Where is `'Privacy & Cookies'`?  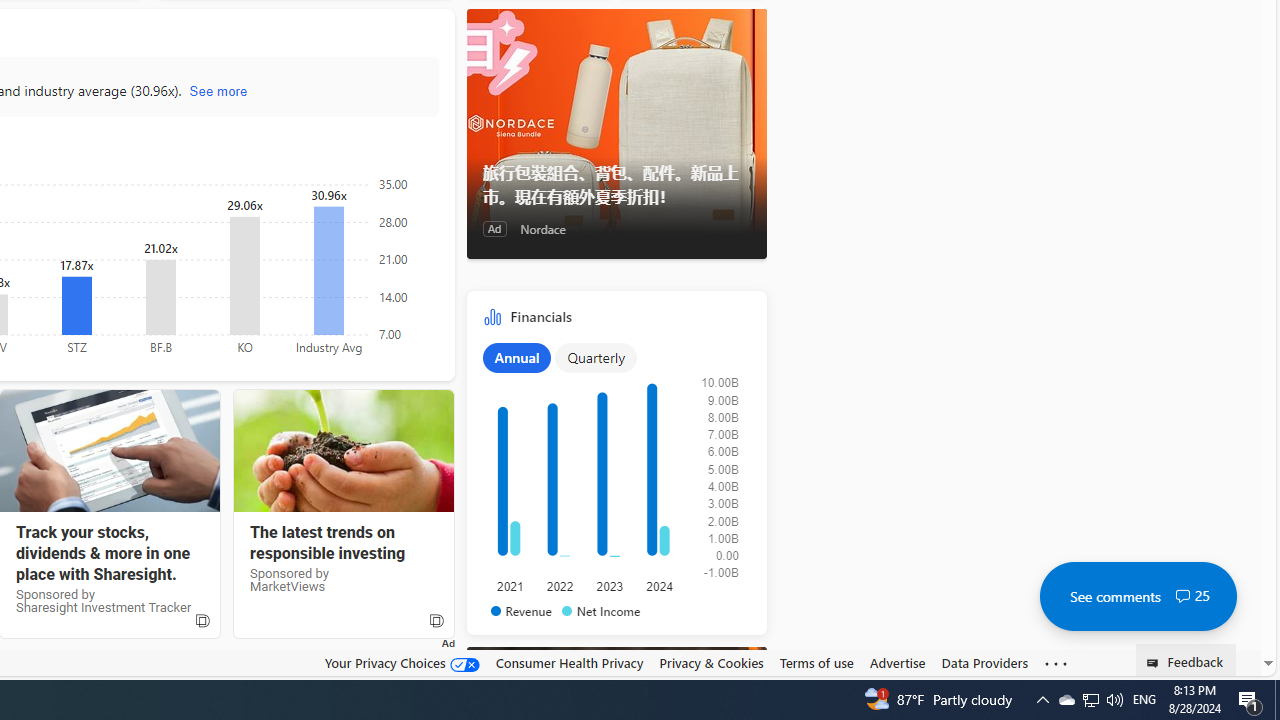
'Privacy & Cookies' is located at coordinates (711, 663).